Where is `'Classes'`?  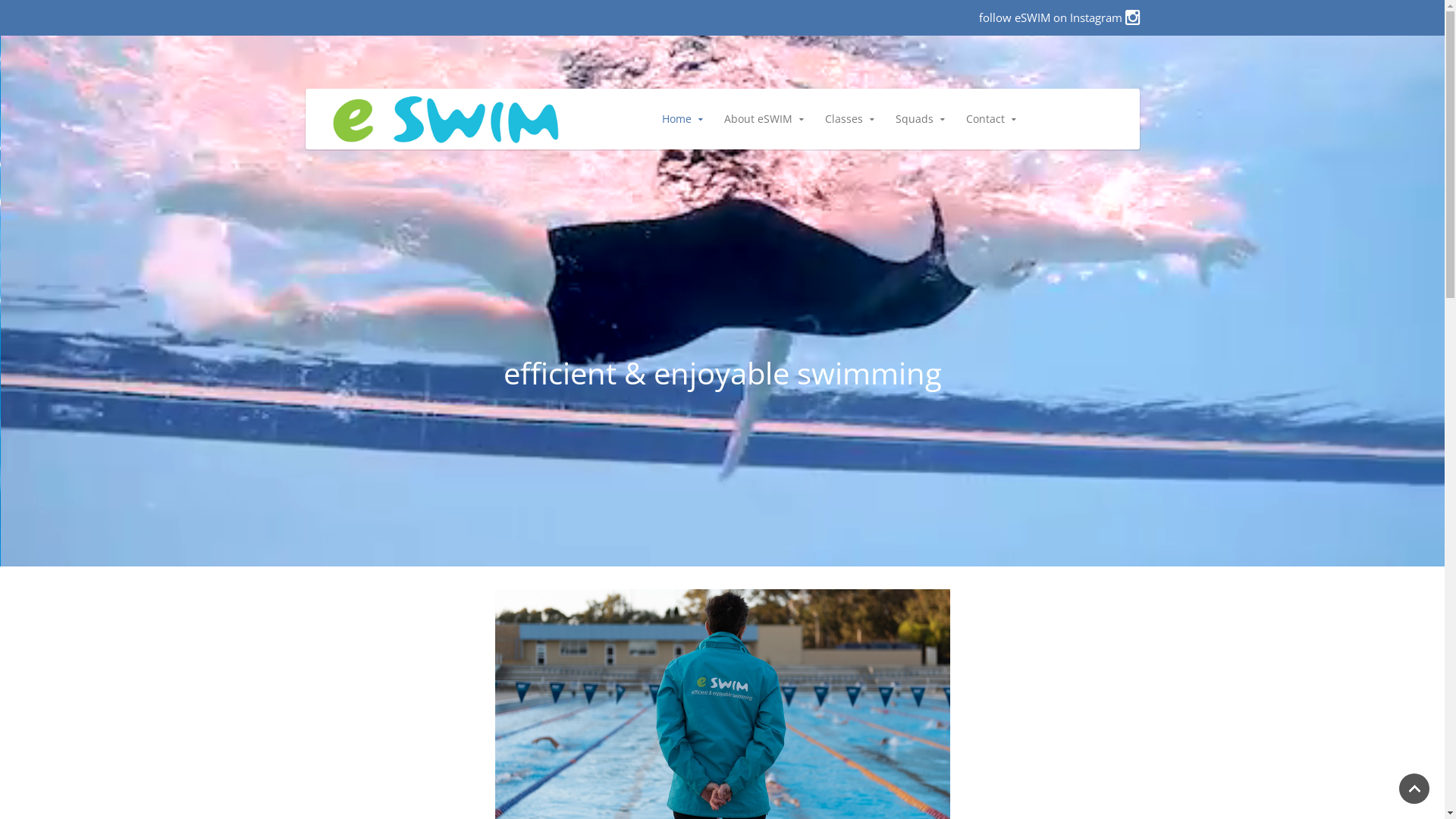
'Classes' is located at coordinates (846, 118).